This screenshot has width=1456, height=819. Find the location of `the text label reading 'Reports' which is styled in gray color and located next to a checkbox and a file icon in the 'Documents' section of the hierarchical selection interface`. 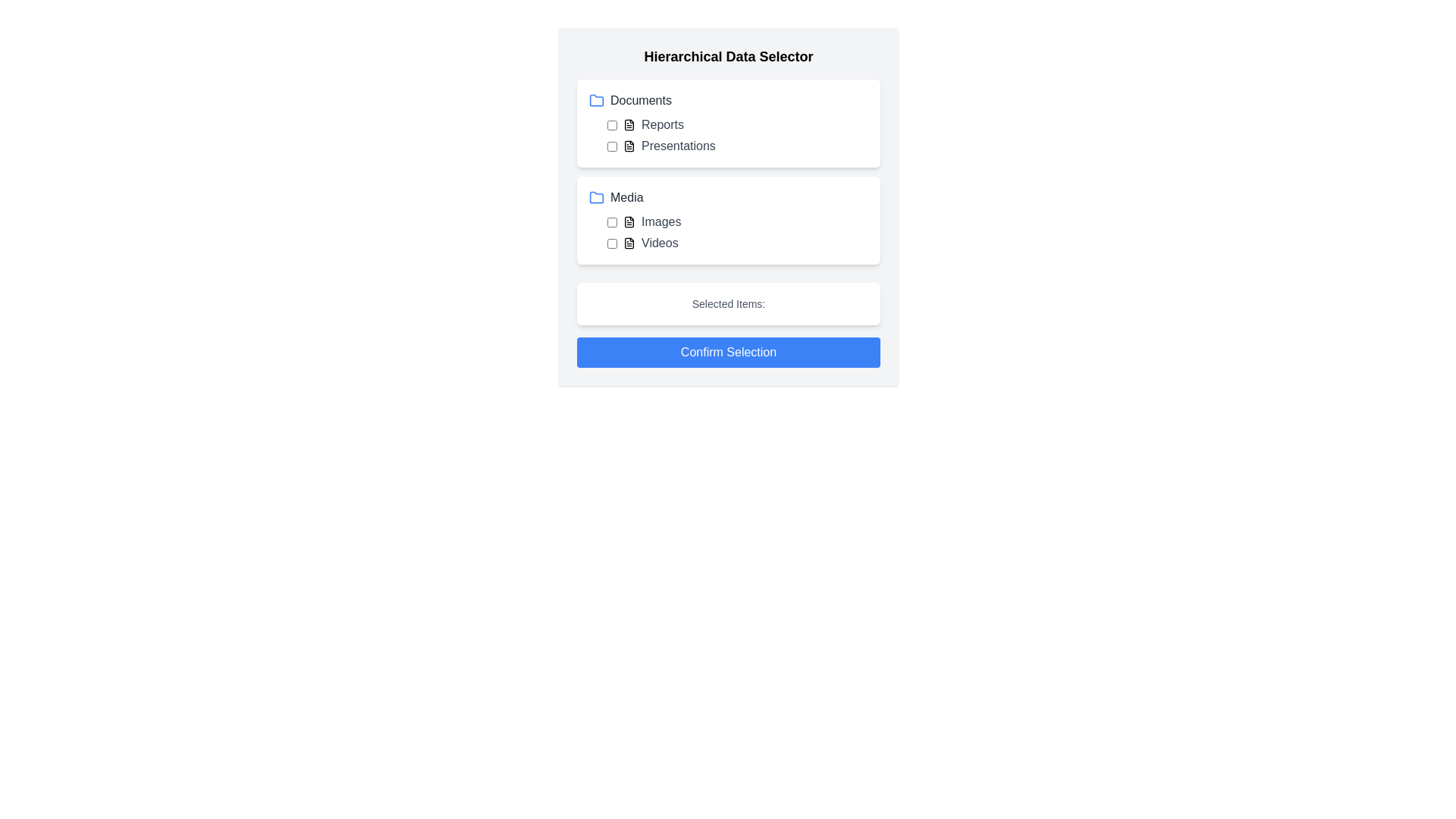

the text label reading 'Reports' which is styled in gray color and located next to a checkbox and a file icon in the 'Documents' section of the hierarchical selection interface is located at coordinates (662, 124).